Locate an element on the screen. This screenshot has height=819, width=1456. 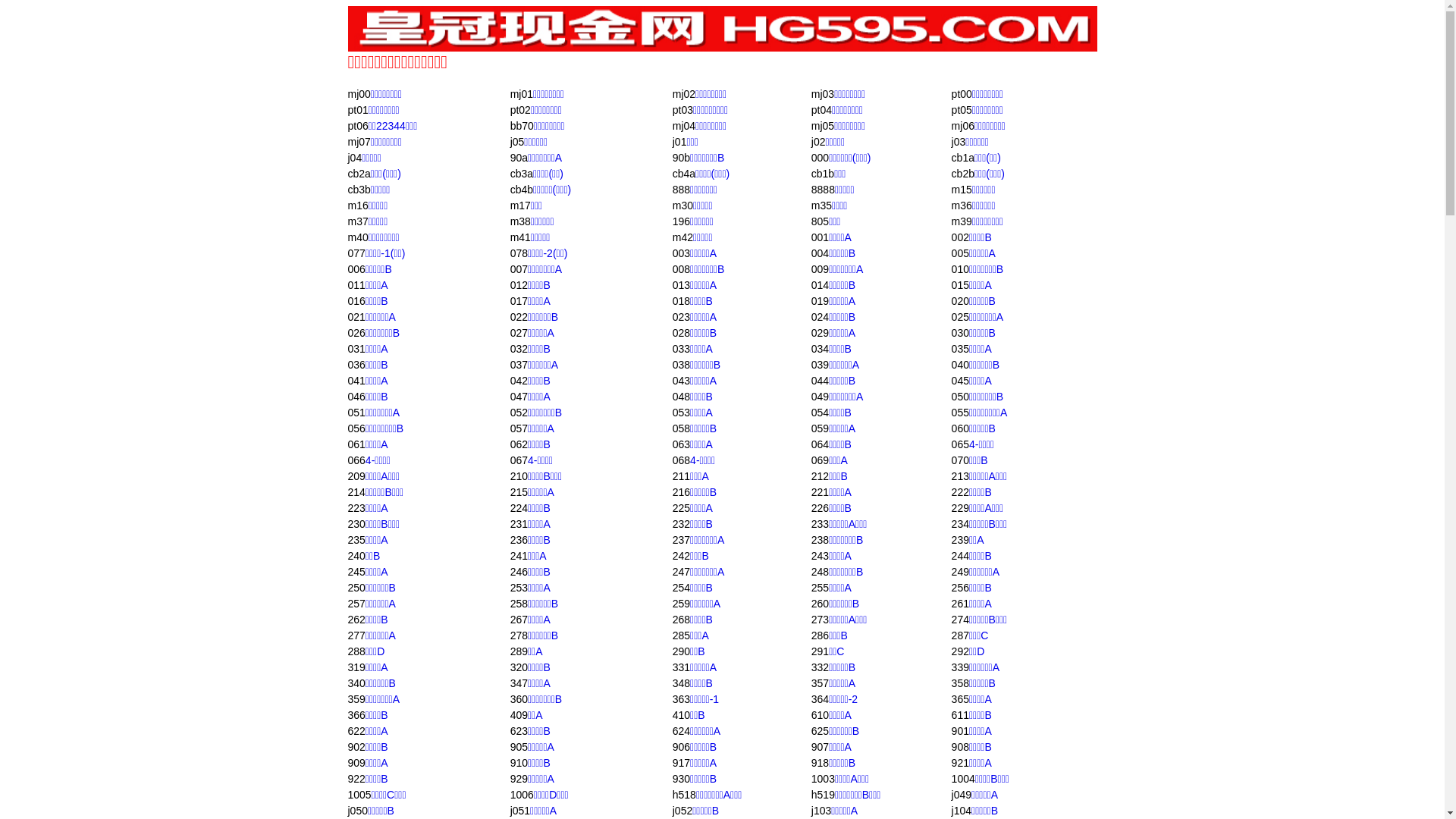
'358' is located at coordinates (959, 683).